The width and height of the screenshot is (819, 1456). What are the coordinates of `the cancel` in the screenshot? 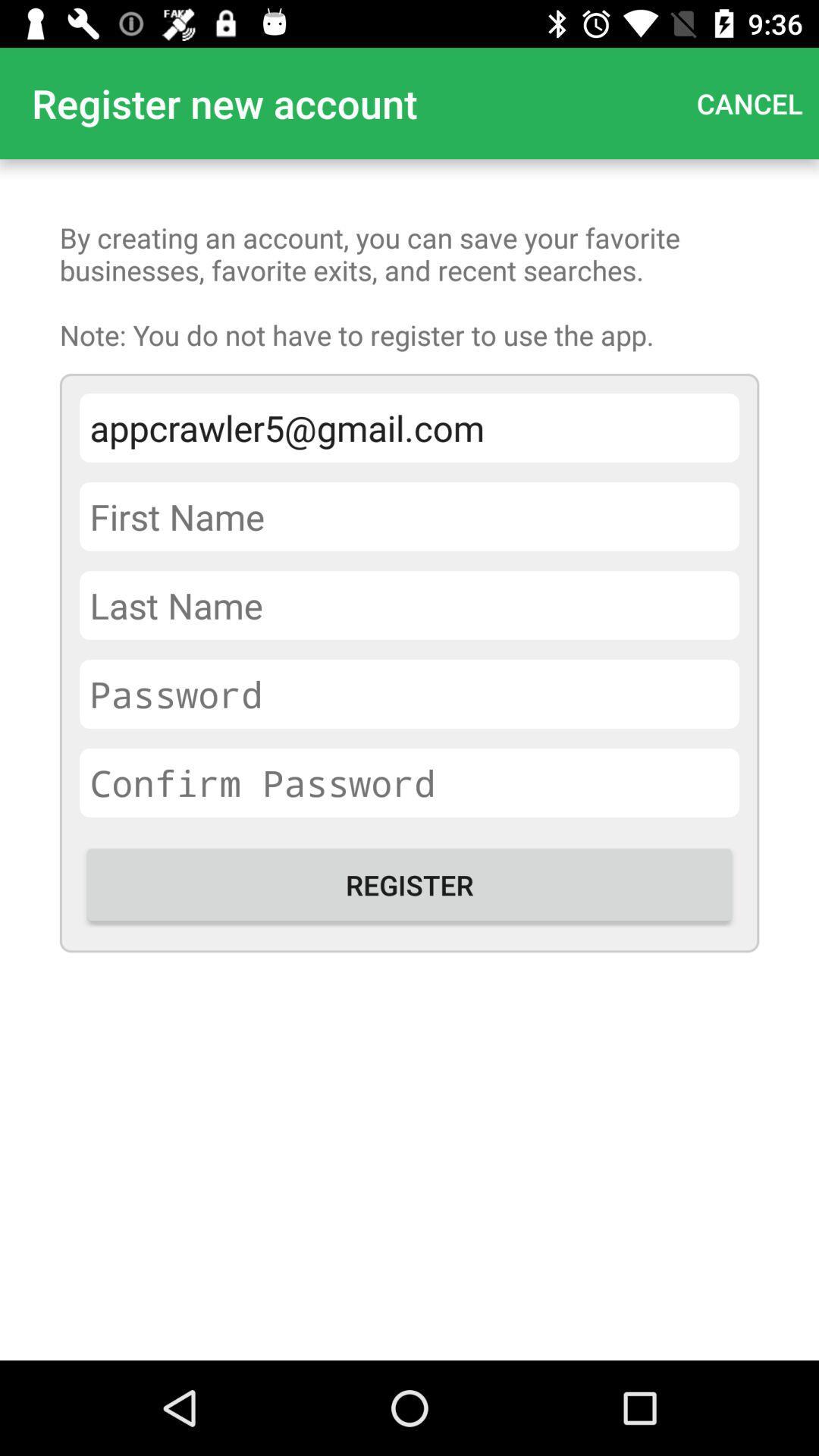 It's located at (748, 102).